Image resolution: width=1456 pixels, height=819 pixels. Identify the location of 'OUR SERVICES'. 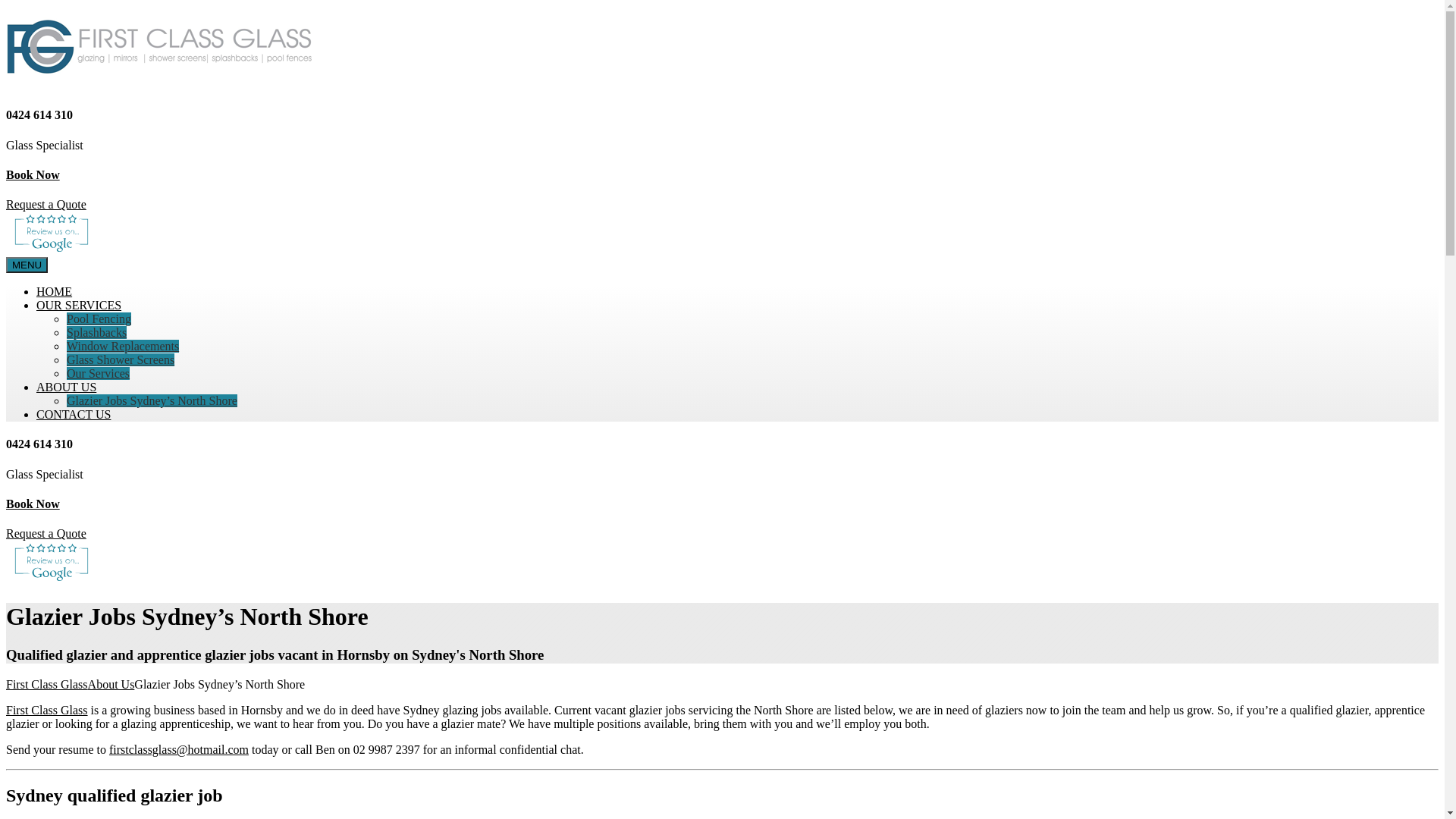
(78, 305).